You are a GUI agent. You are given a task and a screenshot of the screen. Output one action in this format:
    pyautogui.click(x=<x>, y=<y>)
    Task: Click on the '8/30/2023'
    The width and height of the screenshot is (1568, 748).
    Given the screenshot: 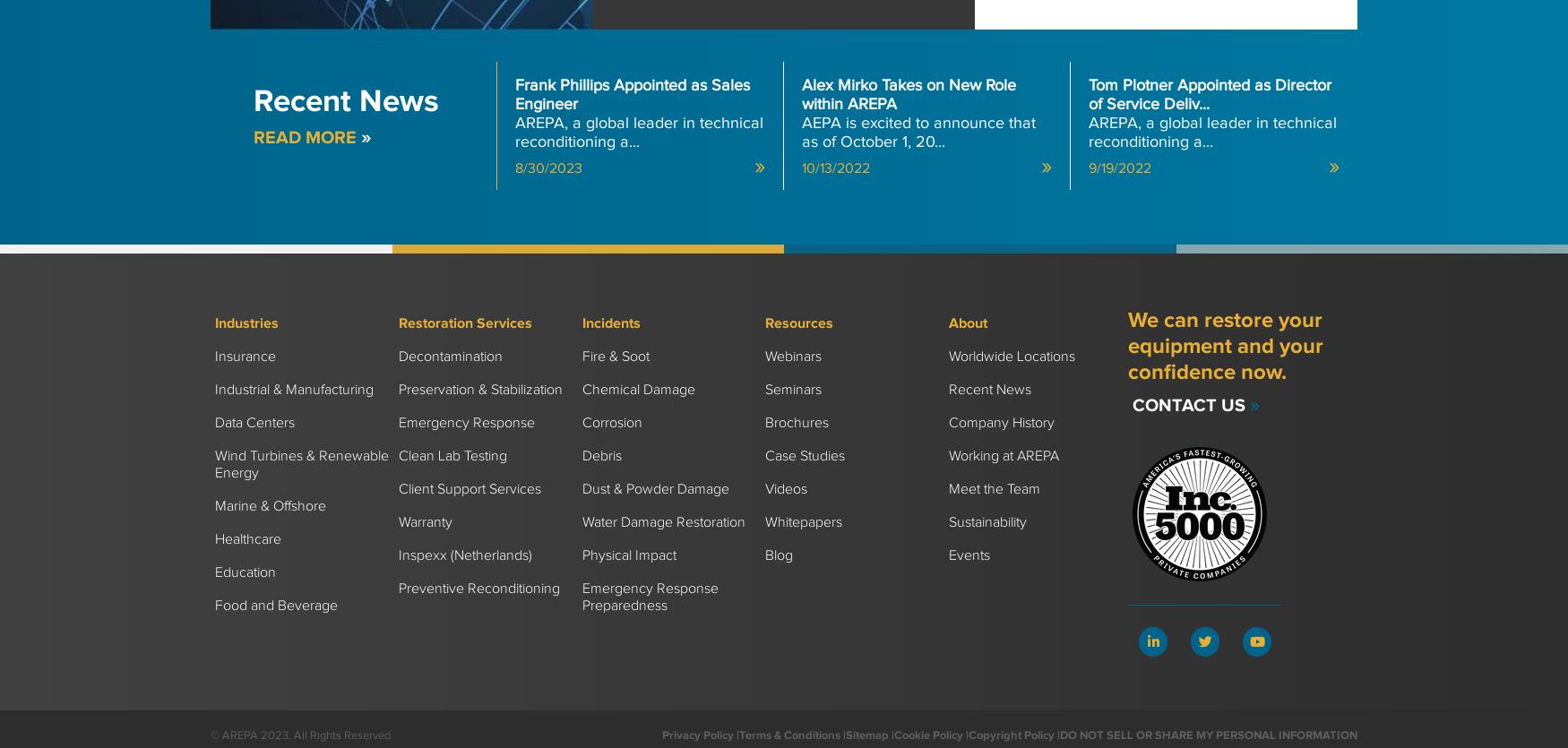 What is the action you would take?
    pyautogui.click(x=548, y=168)
    